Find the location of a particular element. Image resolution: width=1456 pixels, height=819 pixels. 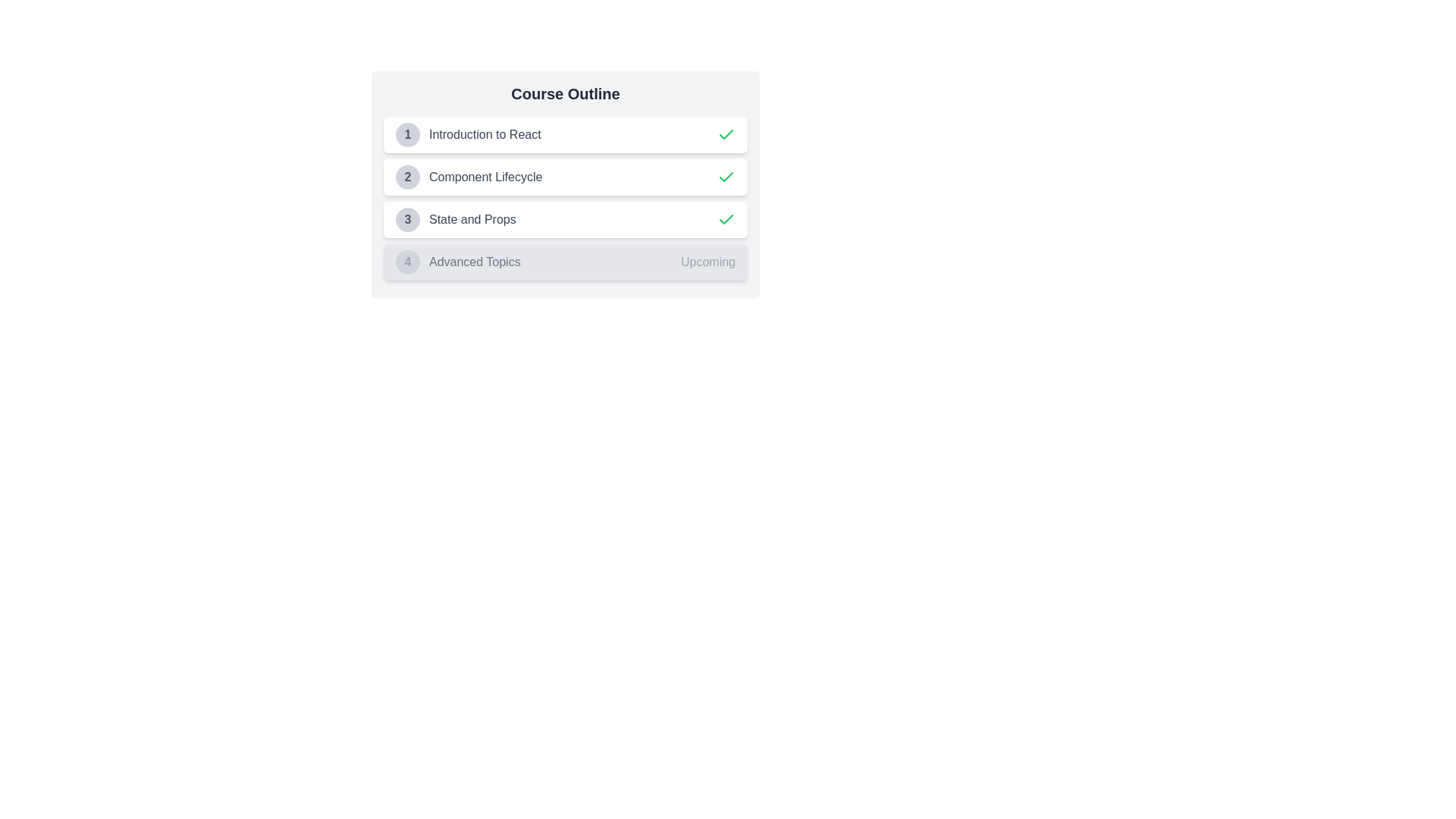

the circular button-like indicator with a gray background and the numeral '4' centered within it, located in the bottom left section of the 'Advanced Topics' item in the 'Course Outline' is located at coordinates (407, 262).